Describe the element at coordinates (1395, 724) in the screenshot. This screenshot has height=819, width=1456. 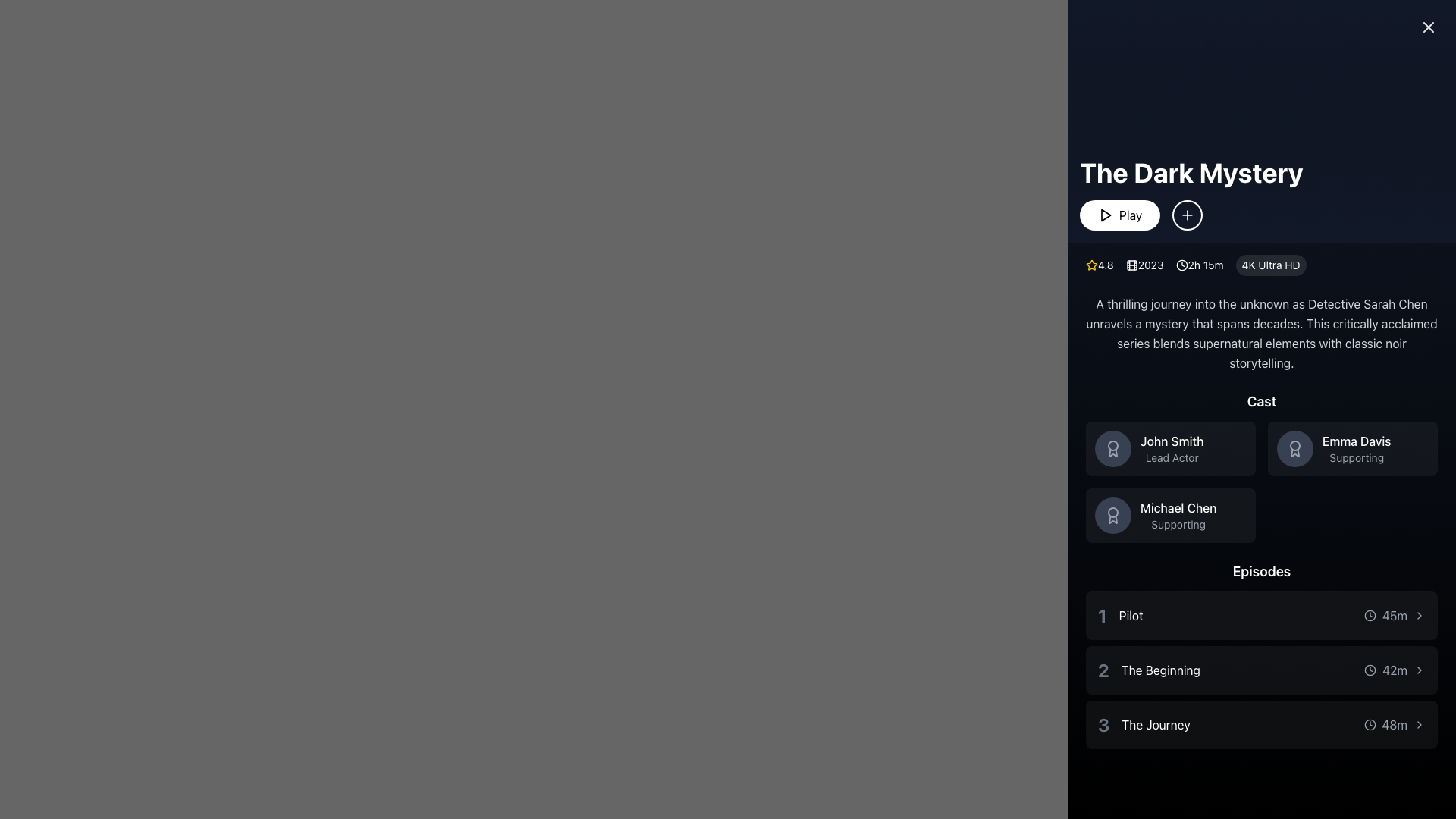
I see `the static text label displaying '48m', which is styled in gray and located next to a clock icon within the third row of episodes under 'The Journey'` at that location.